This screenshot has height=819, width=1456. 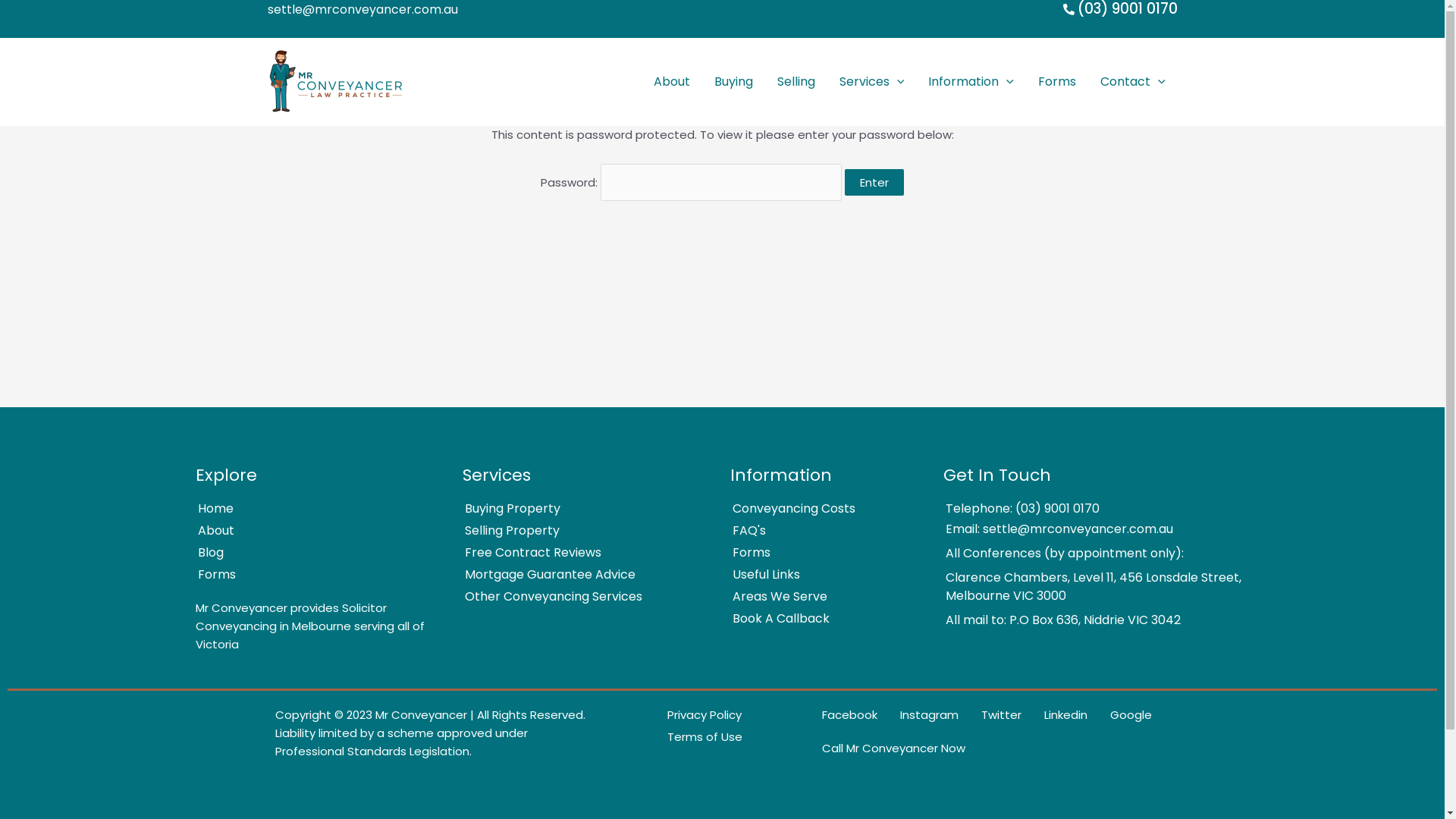 I want to click on 'Selling', so click(x=795, y=82).